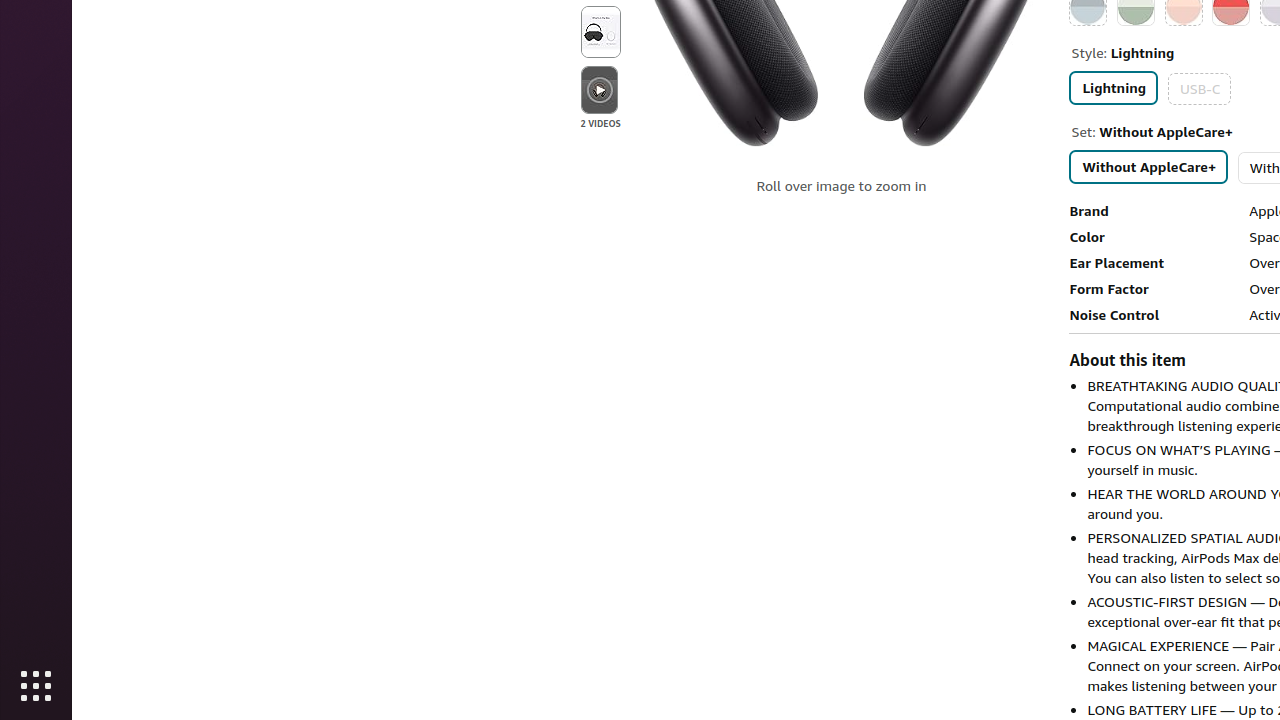  I want to click on 'Without AppleCare+', so click(1149, 165).